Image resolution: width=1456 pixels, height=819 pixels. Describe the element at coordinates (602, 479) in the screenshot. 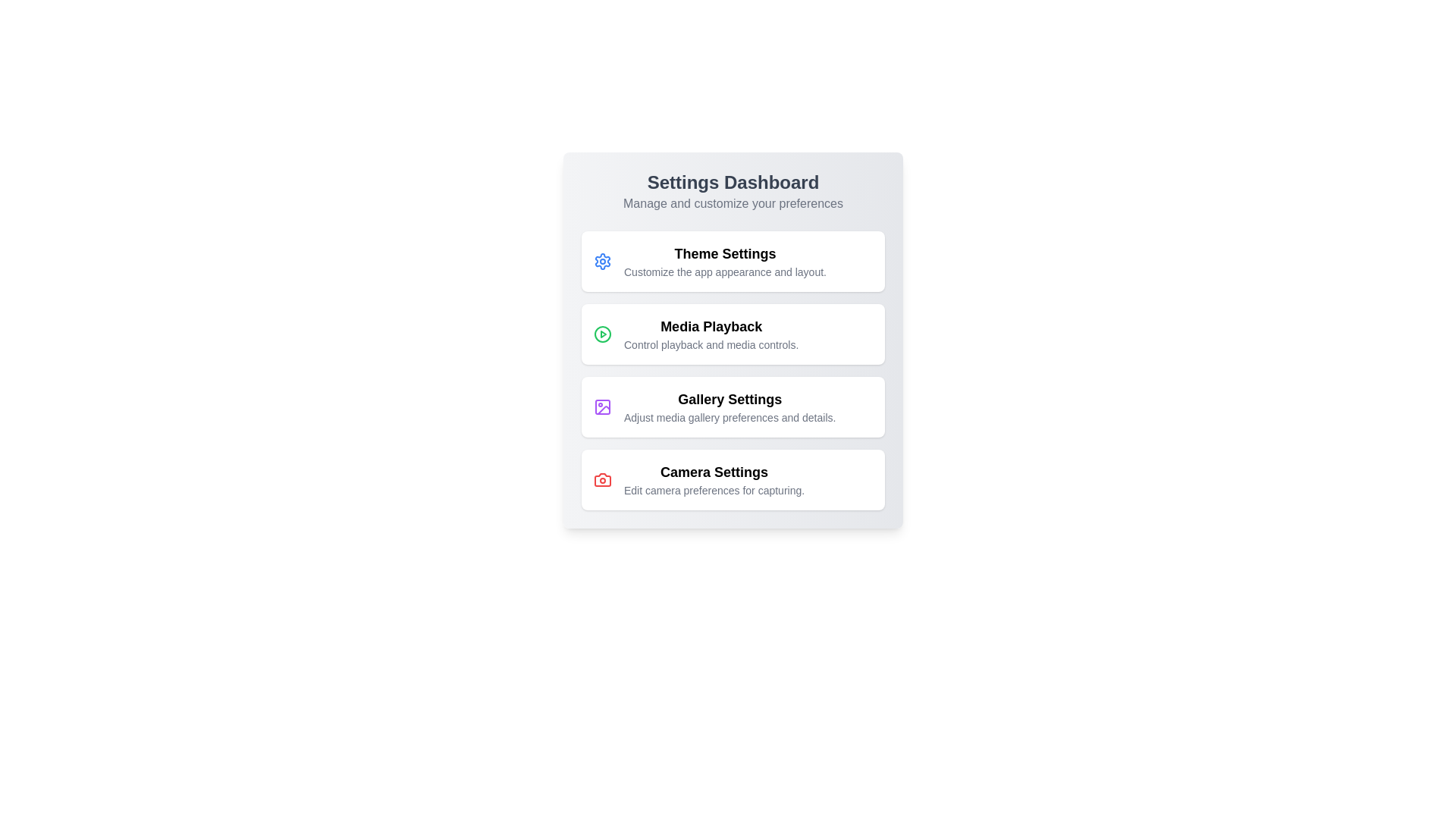

I see `the 'Camera Settings' icon, which is the leftmost part of the 'Camera Settings' section within the rounded rectangular block at the bottom of the settings dashboard` at that location.